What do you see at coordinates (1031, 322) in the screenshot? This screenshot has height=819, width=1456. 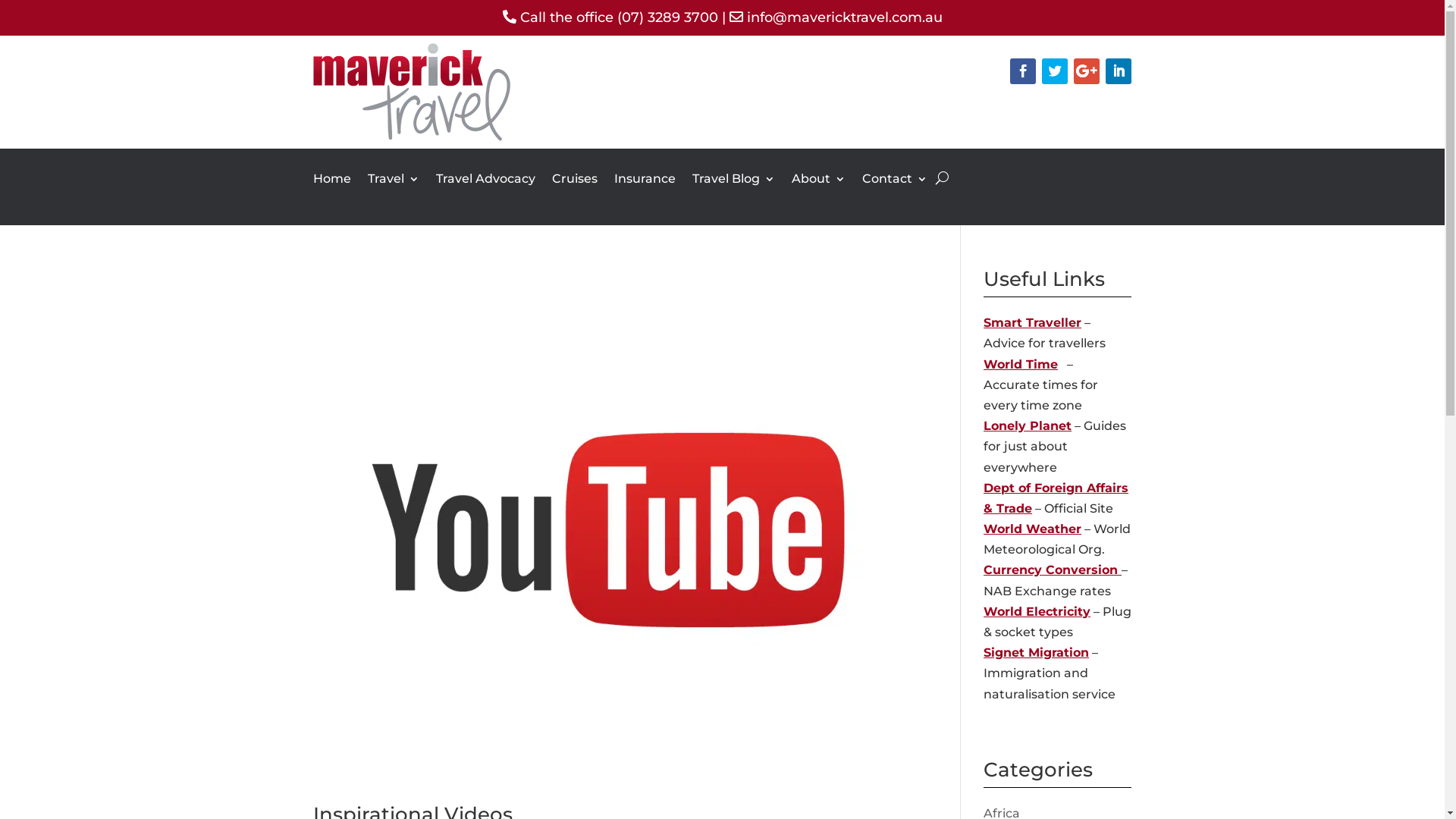 I see `'Smart Traveller'` at bounding box center [1031, 322].